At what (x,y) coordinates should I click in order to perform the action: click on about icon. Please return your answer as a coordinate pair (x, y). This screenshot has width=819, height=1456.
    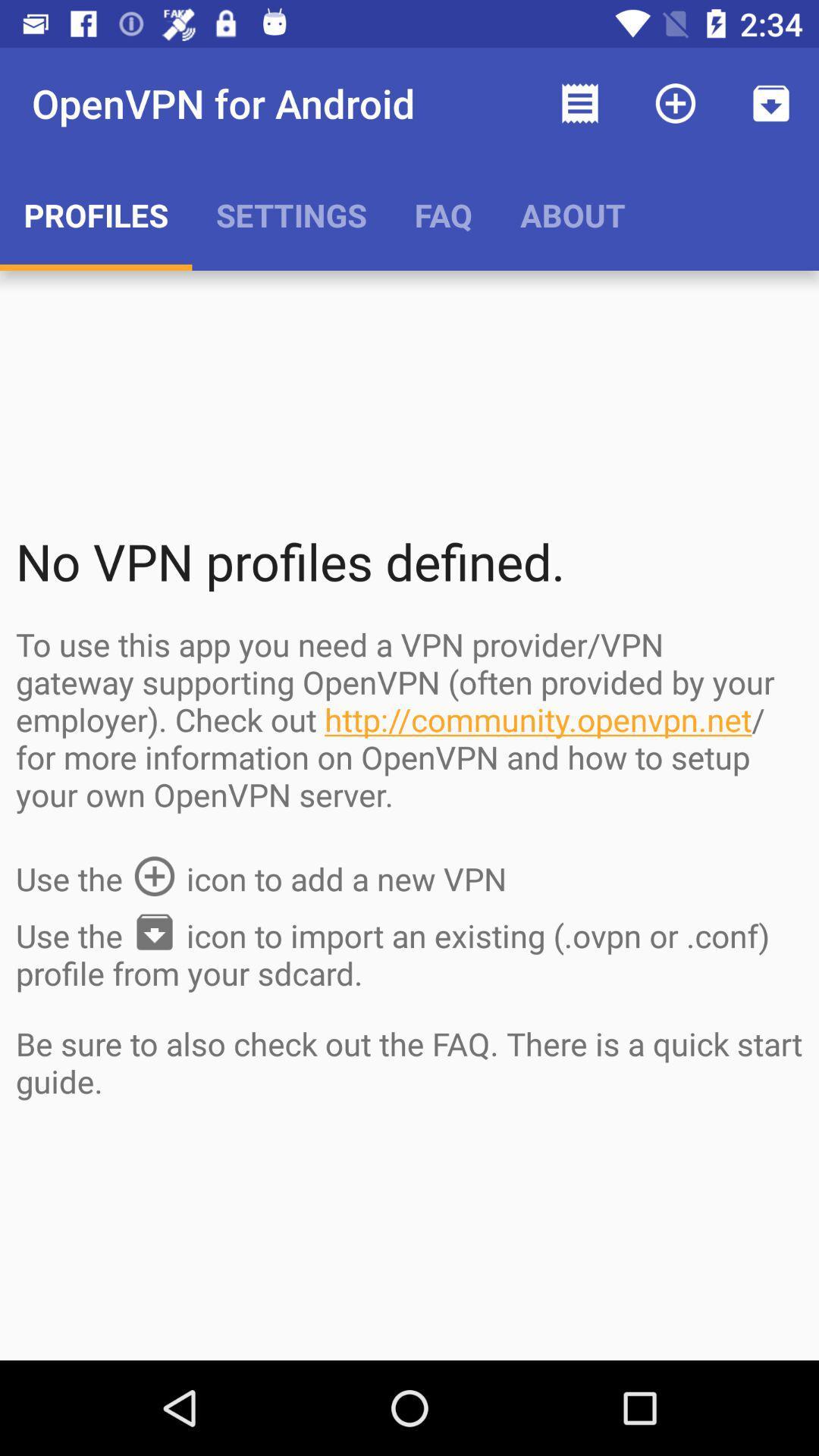
    Looking at the image, I should click on (573, 214).